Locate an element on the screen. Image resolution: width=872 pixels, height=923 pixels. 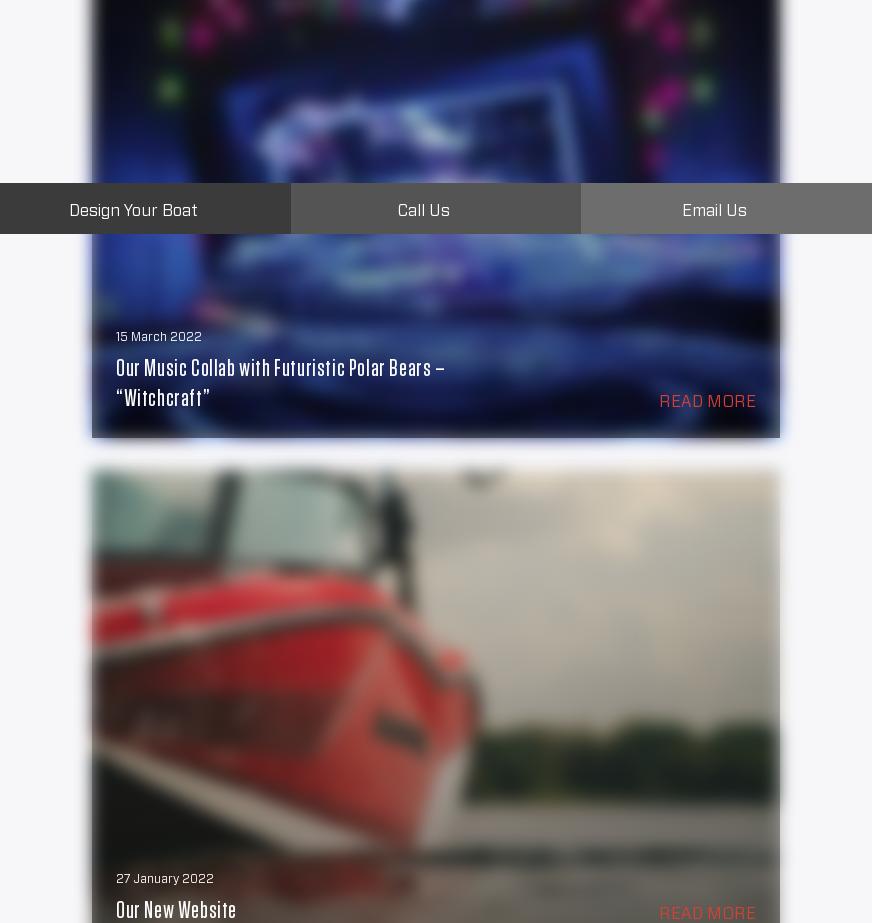
'27 January 2022' is located at coordinates (164, 877).